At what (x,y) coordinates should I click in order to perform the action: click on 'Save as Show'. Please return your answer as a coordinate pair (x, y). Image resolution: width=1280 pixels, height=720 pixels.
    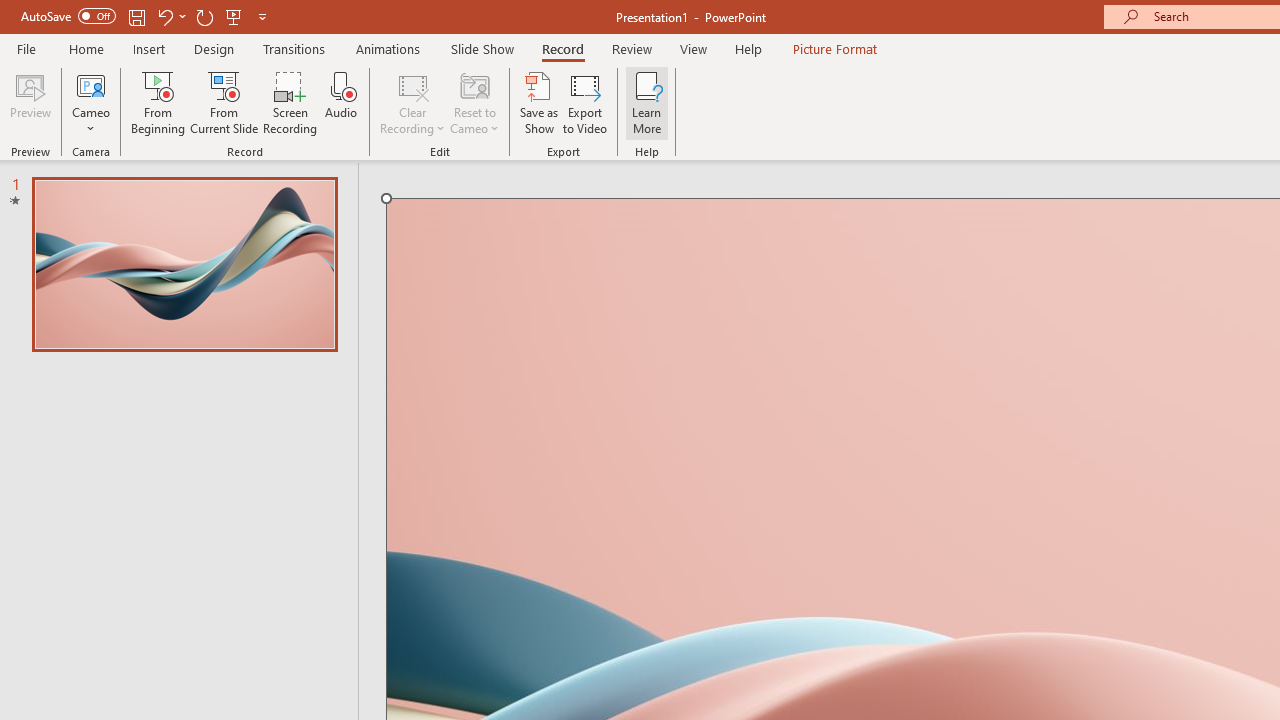
    Looking at the image, I should click on (539, 103).